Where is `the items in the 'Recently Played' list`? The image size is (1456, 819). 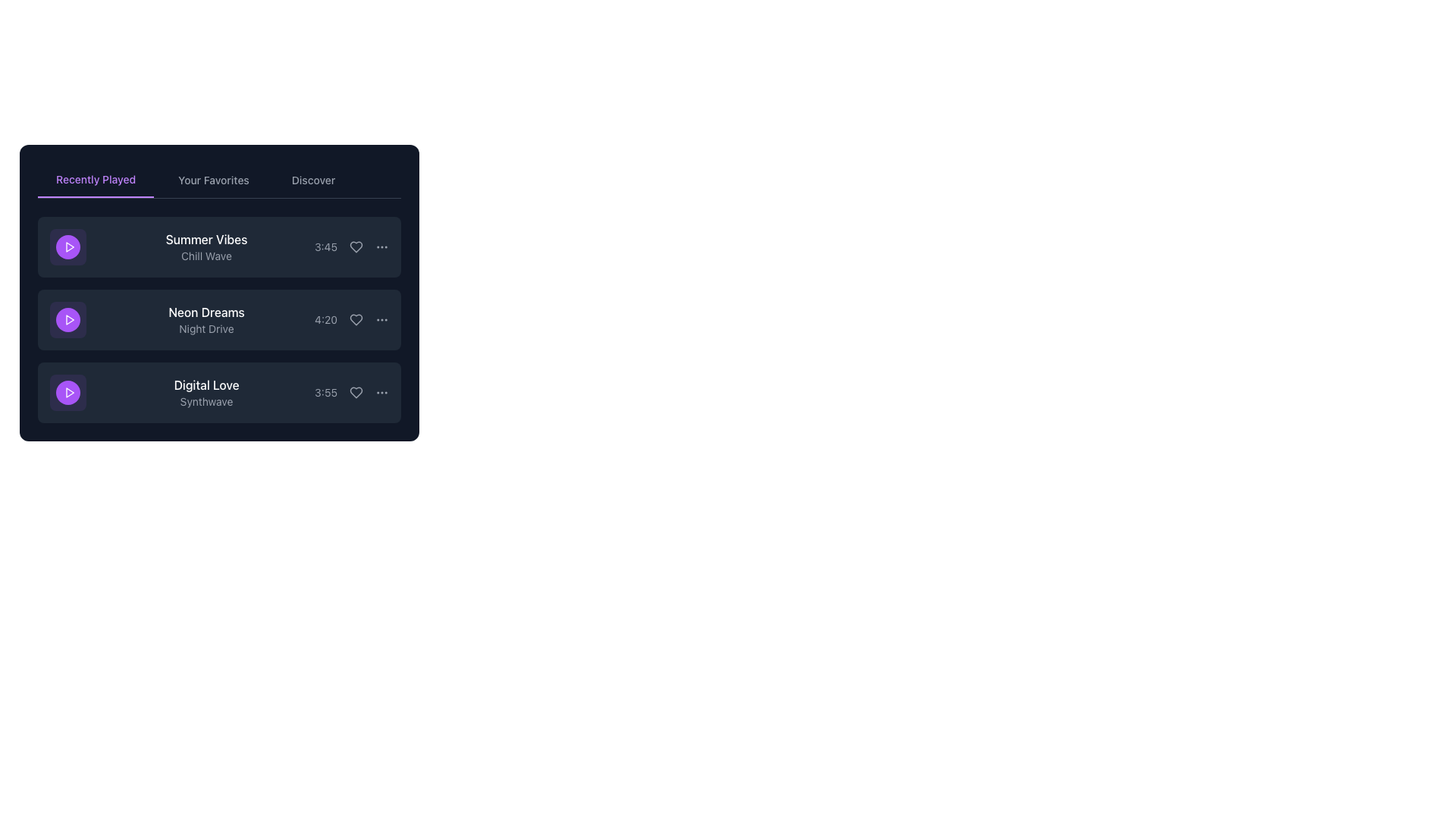
the items in the 'Recently Played' list is located at coordinates (218, 318).